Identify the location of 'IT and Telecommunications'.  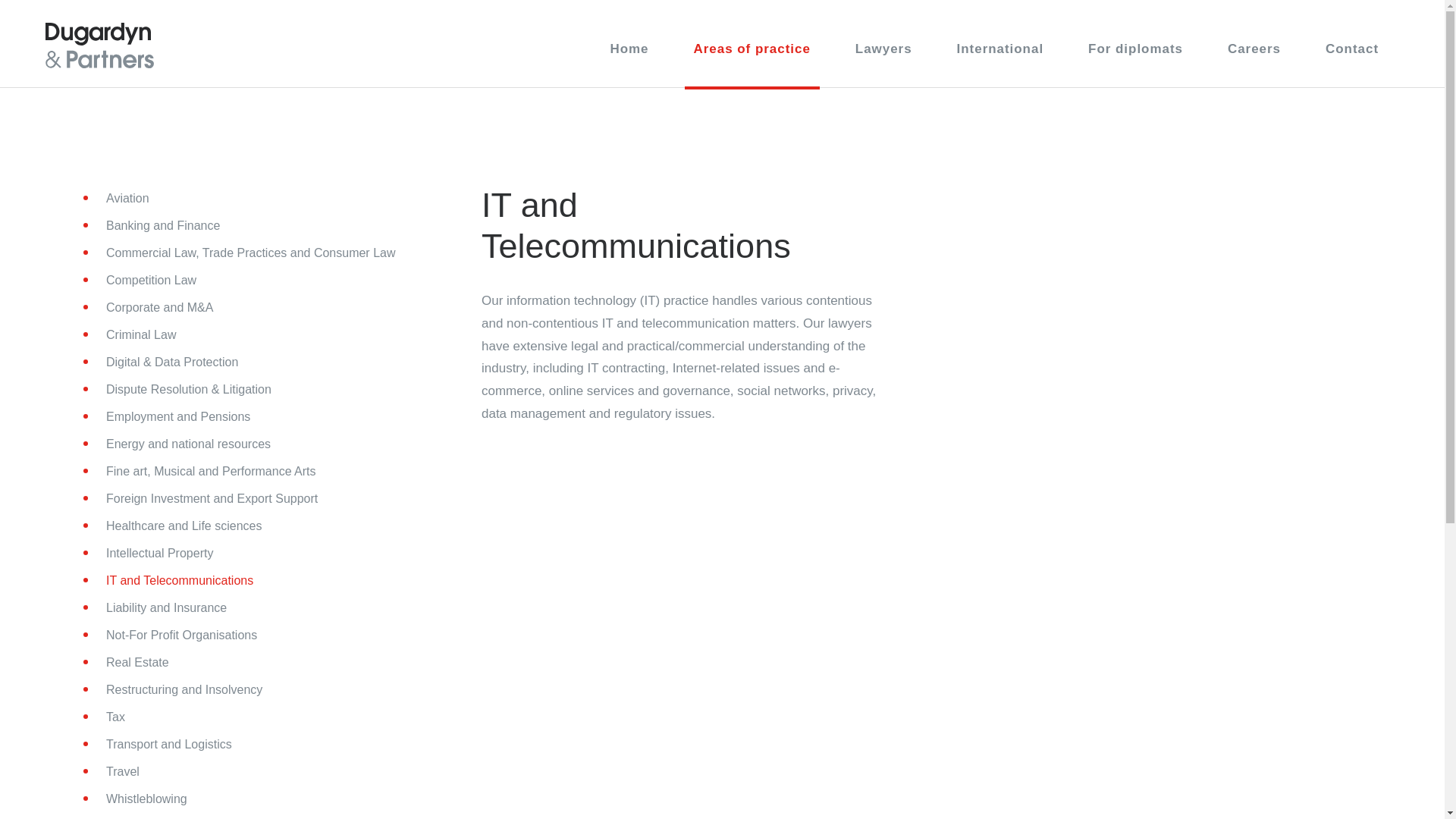
(170, 580).